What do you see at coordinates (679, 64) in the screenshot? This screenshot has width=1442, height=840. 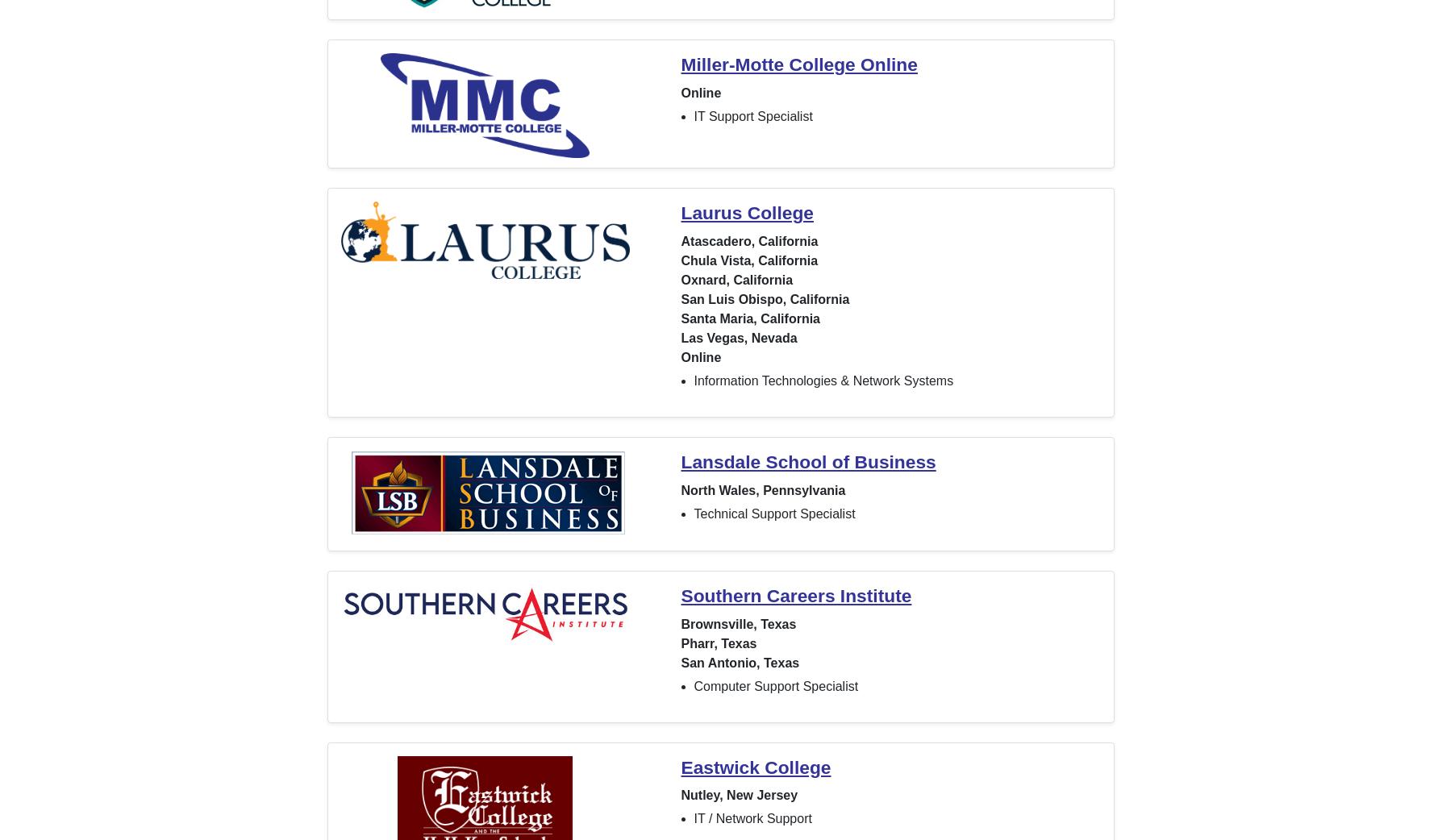 I see `'Miller-Motte College Online'` at bounding box center [679, 64].